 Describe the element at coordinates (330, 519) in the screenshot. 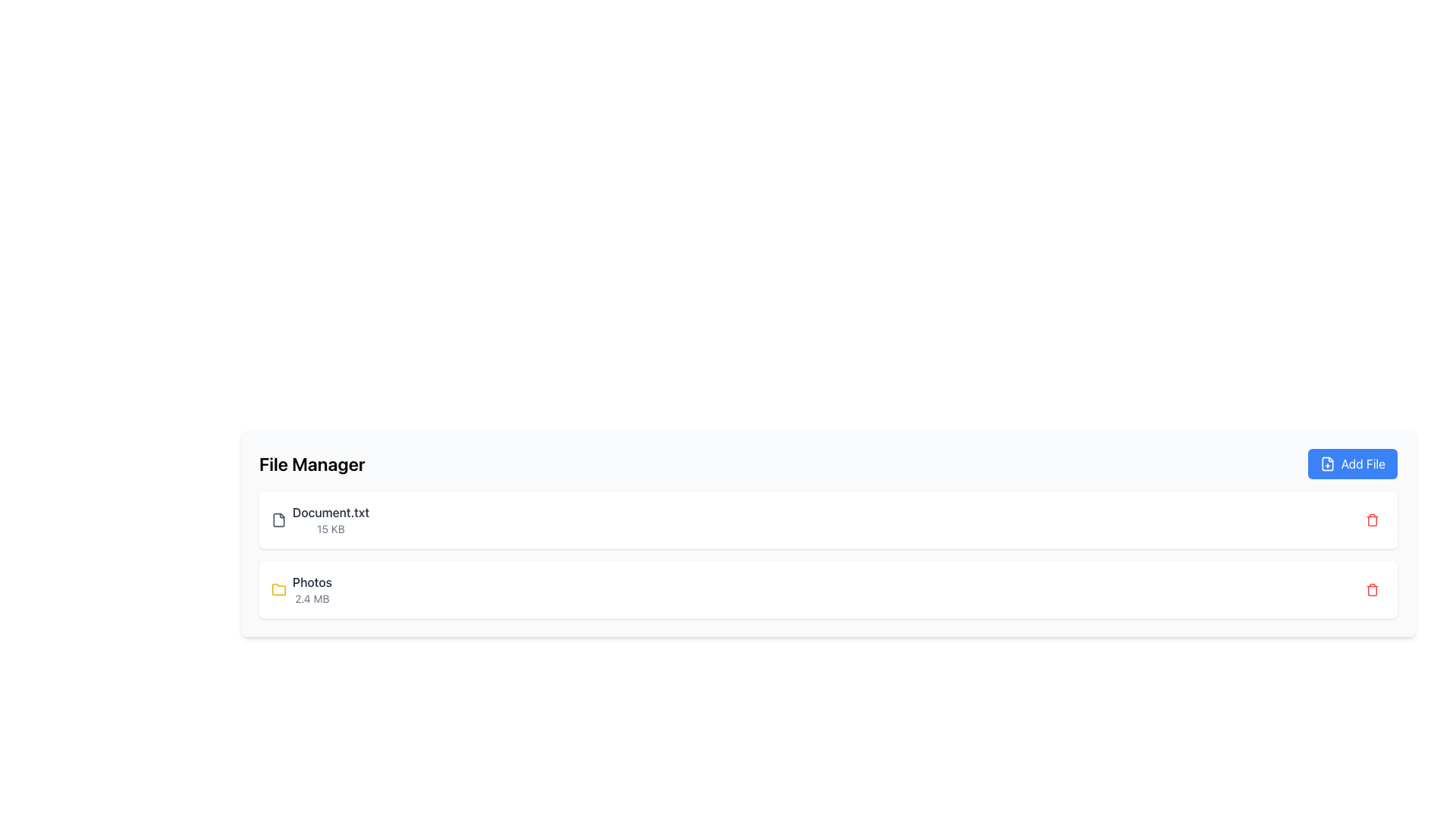

I see `on the text display element showing 'Document.txt' and '15 KB' in the File Manager interface` at that location.